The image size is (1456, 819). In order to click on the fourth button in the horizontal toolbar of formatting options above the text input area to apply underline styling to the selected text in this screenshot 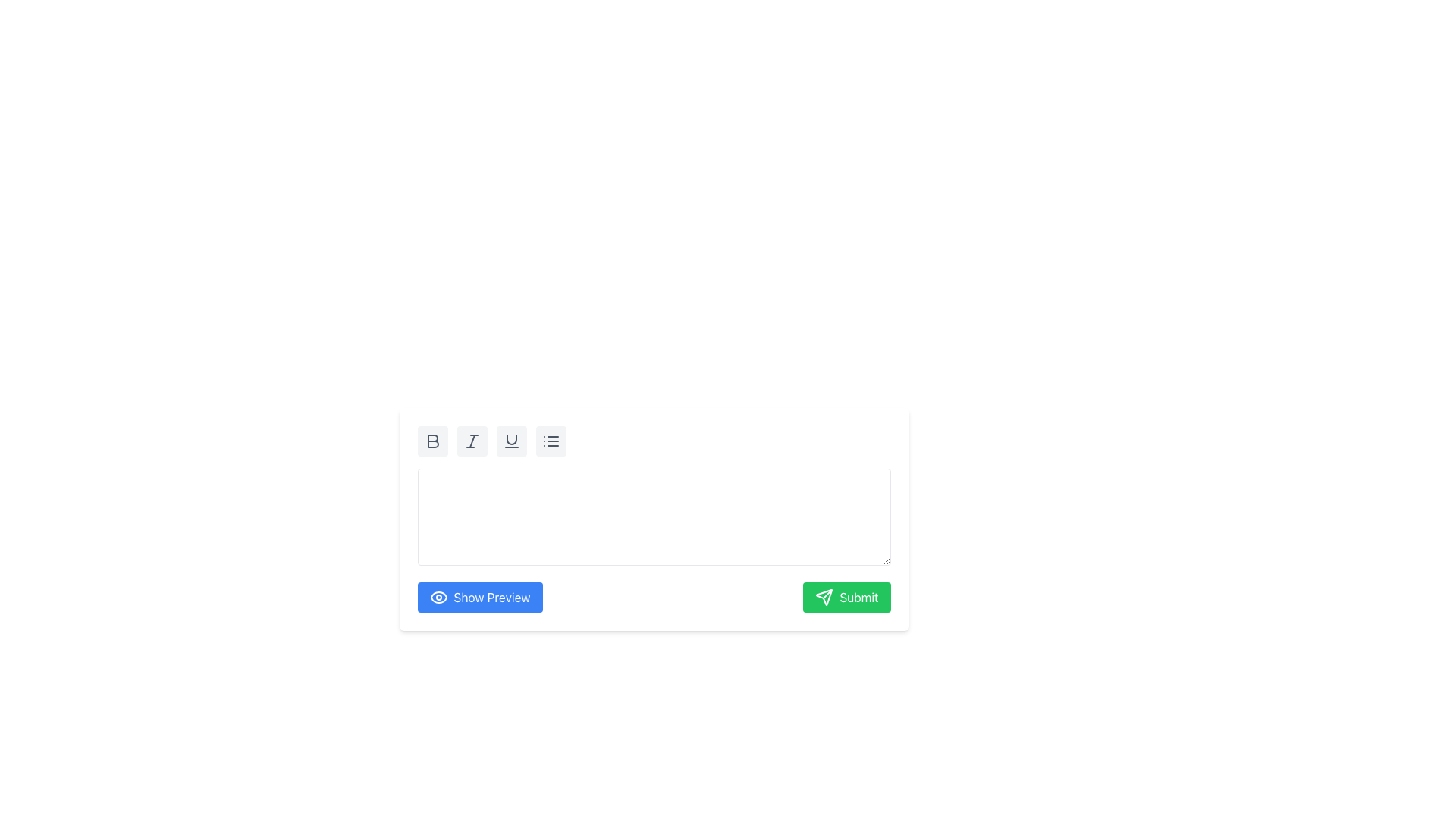, I will do `click(511, 441)`.